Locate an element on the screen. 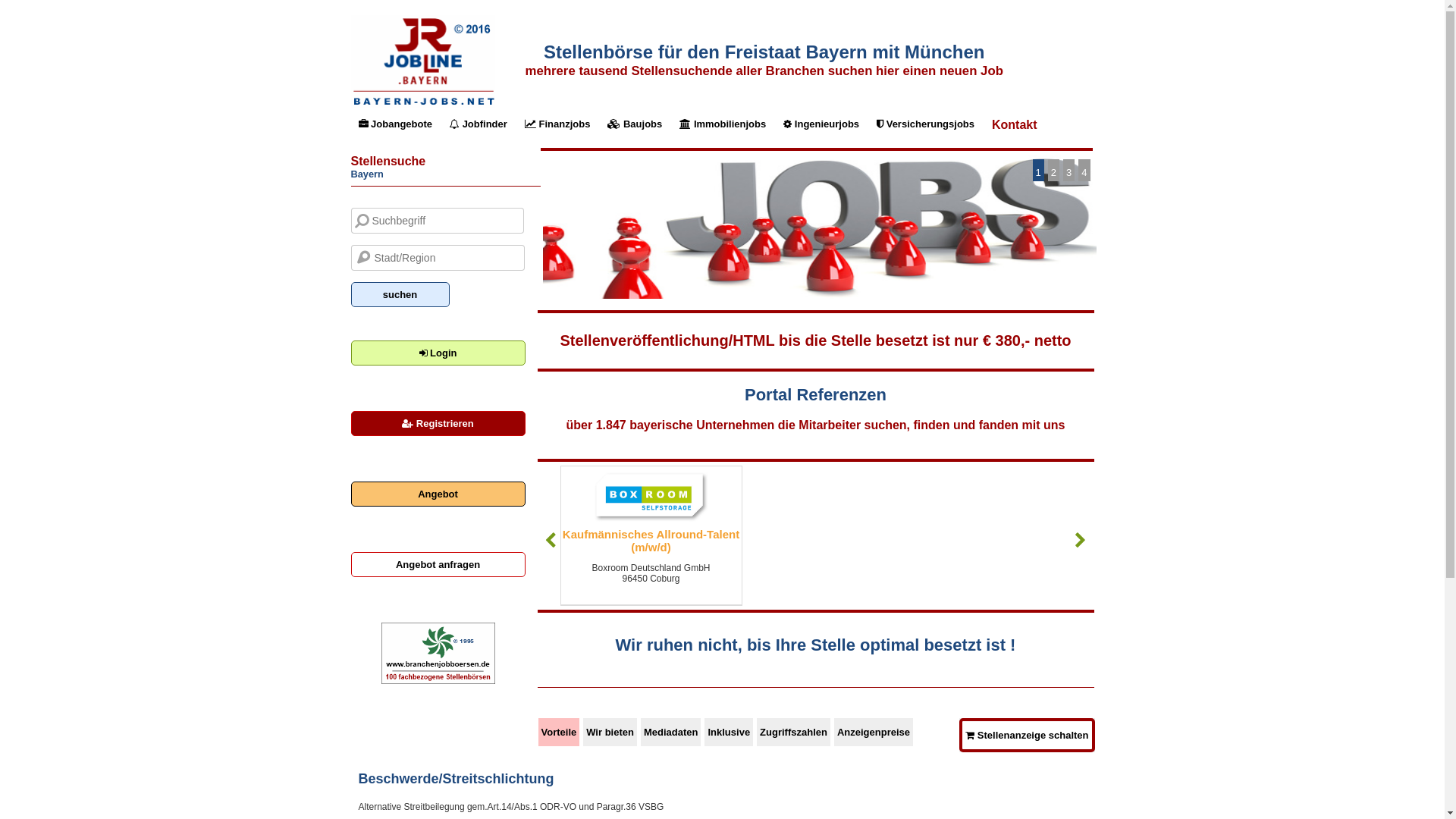 The image size is (1456, 819). 'Baujobs' is located at coordinates (636, 123).